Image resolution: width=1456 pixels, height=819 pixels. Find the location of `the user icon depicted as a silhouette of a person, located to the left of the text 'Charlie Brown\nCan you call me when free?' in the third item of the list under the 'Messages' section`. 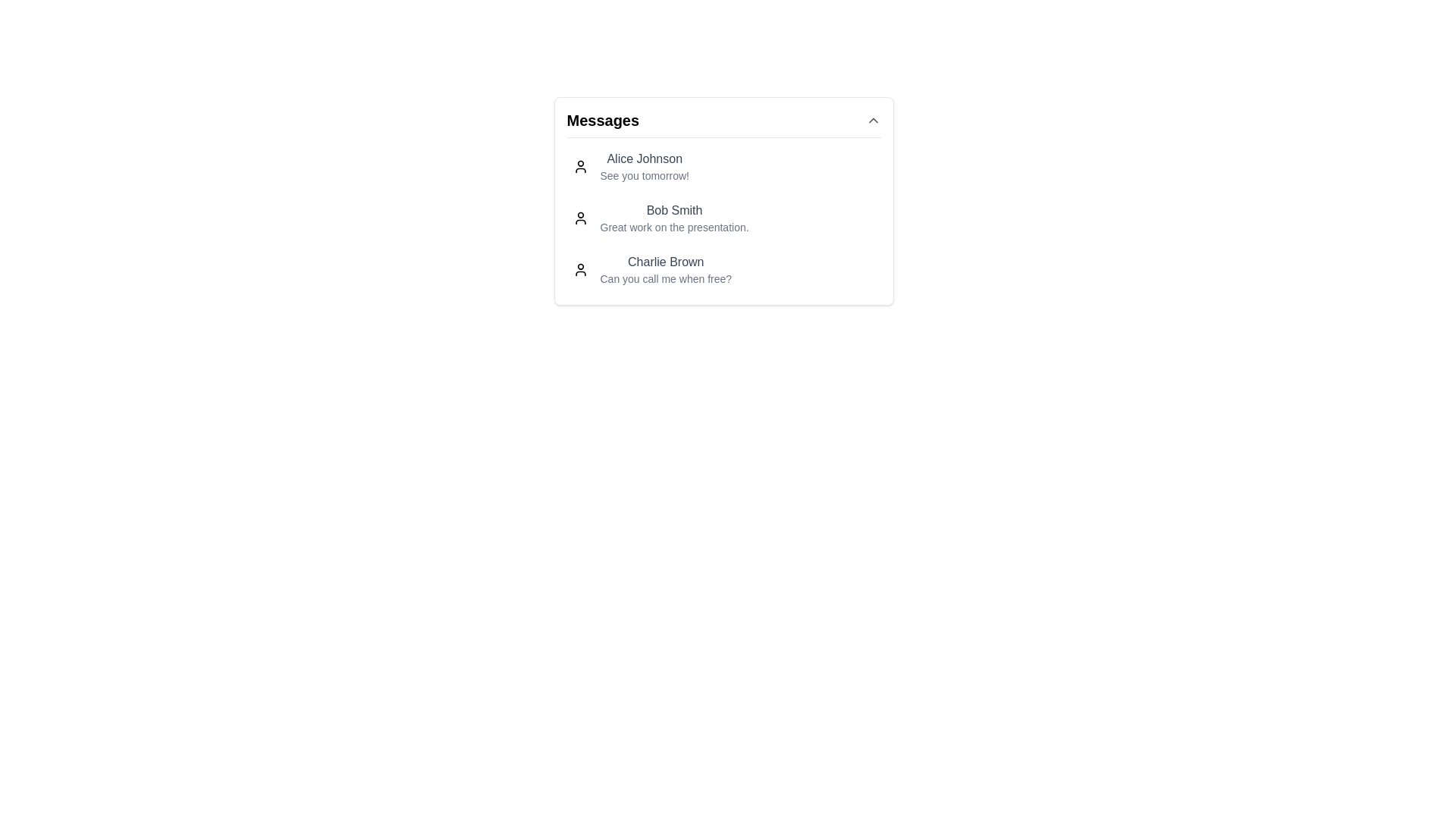

the user icon depicted as a silhouette of a person, located to the left of the text 'Charlie Brown\nCan you call me when free?' in the third item of the list under the 'Messages' section is located at coordinates (579, 268).